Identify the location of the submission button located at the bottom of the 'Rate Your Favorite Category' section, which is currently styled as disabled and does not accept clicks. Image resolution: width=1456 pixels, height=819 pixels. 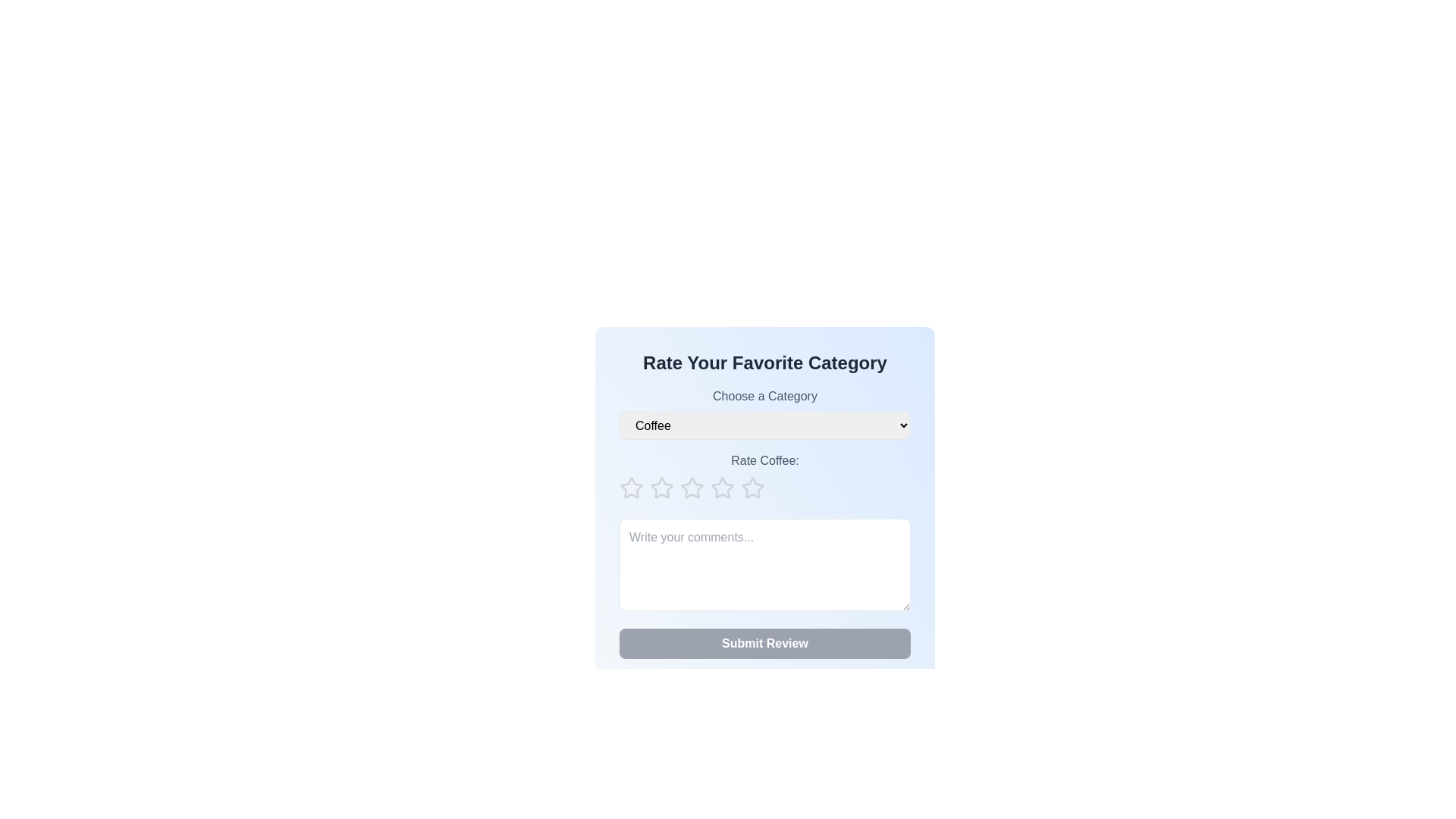
(764, 643).